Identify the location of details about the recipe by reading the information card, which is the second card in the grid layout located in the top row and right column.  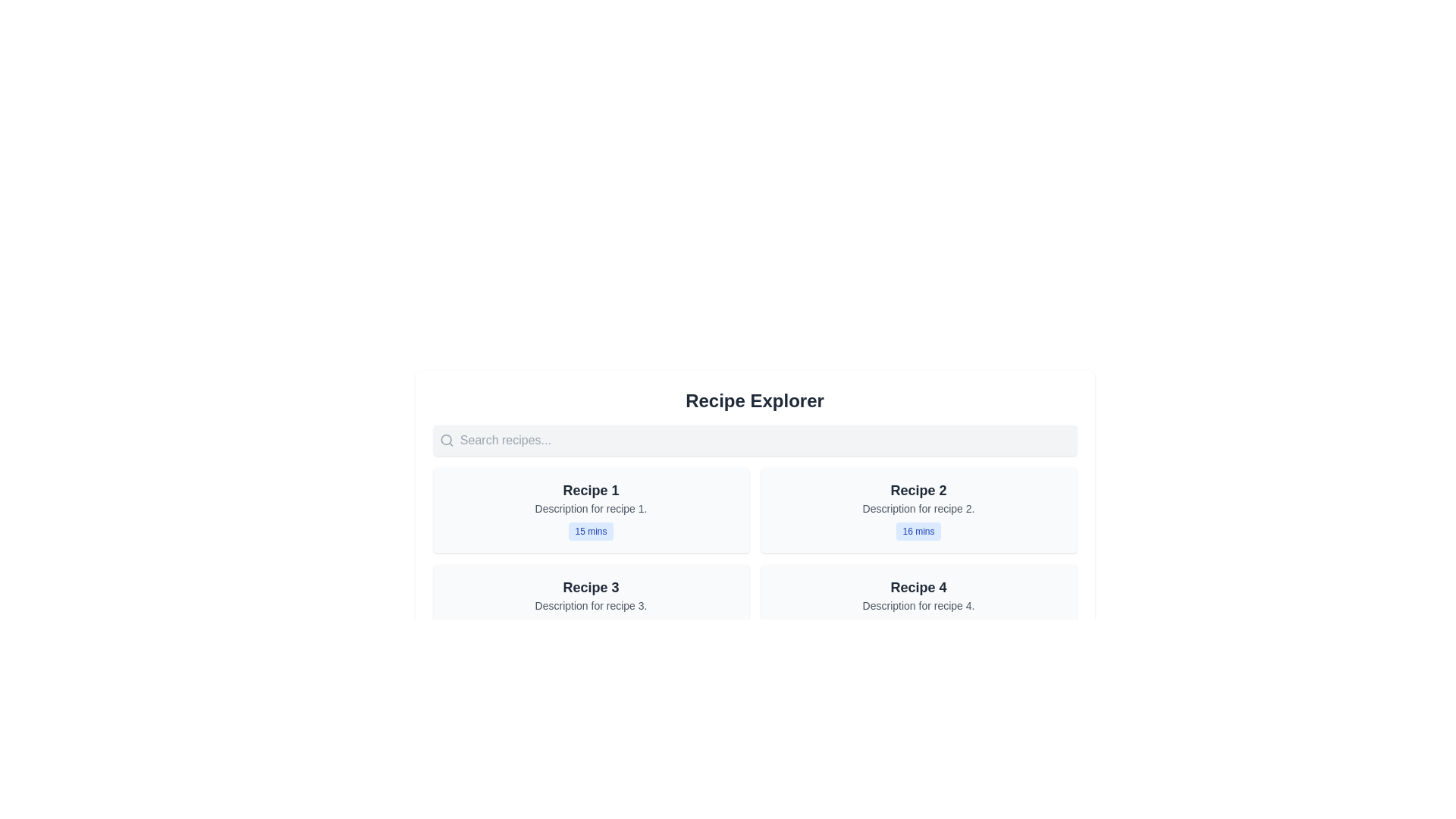
(918, 510).